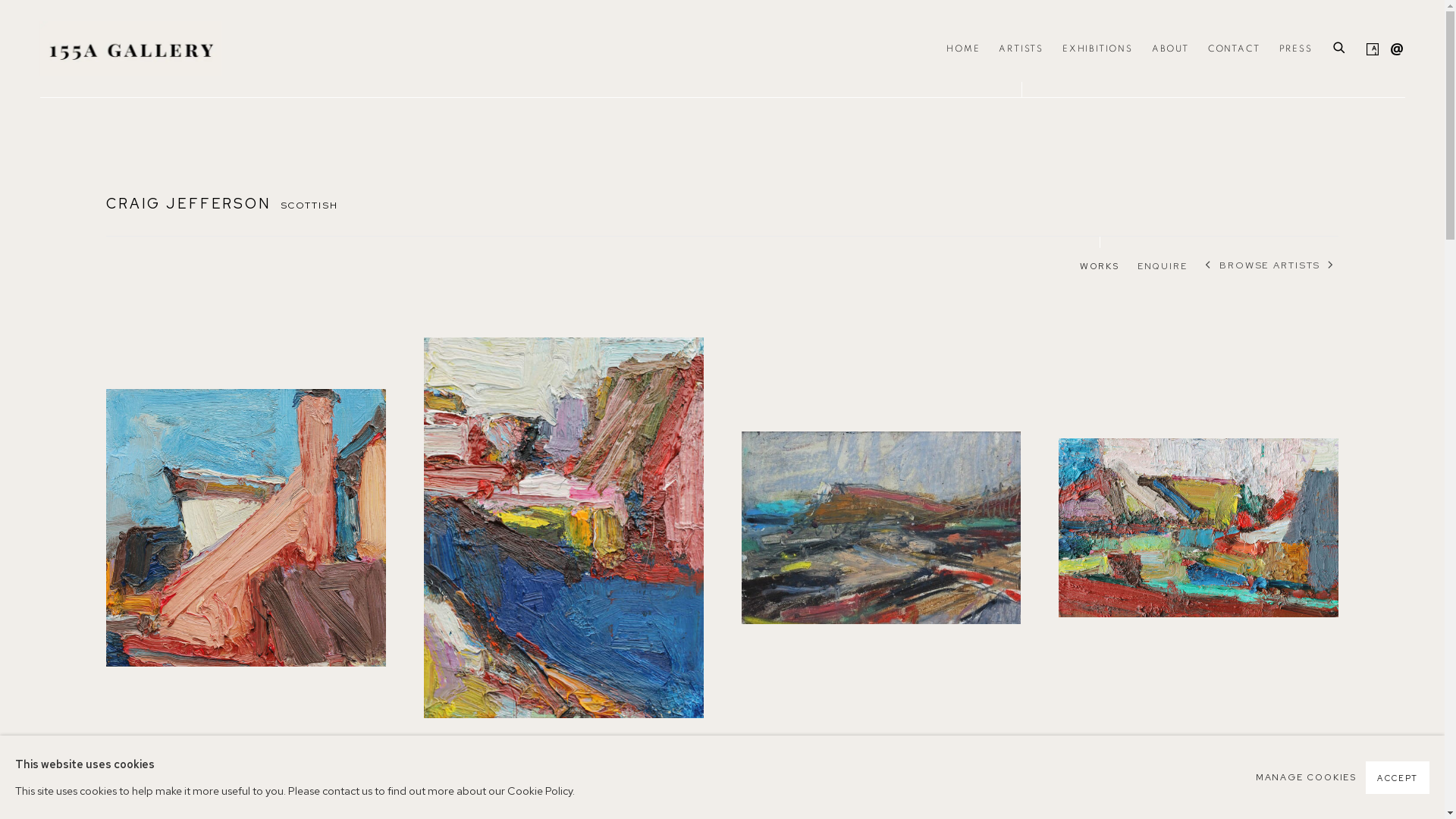  I want to click on 'ARTISTS', so click(998, 48).